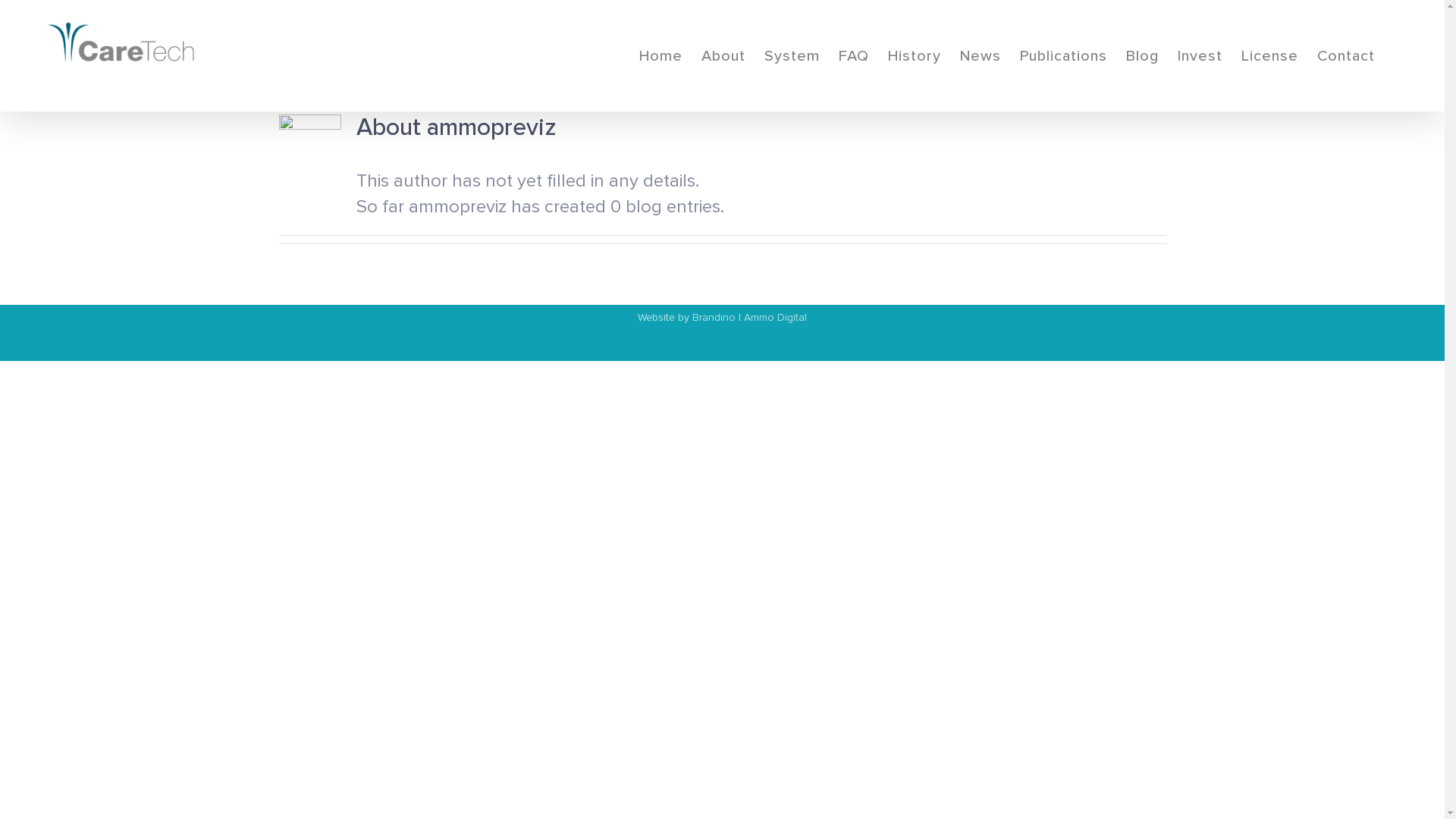 Image resolution: width=1456 pixels, height=819 pixels. I want to click on 'Brandino', so click(713, 316).